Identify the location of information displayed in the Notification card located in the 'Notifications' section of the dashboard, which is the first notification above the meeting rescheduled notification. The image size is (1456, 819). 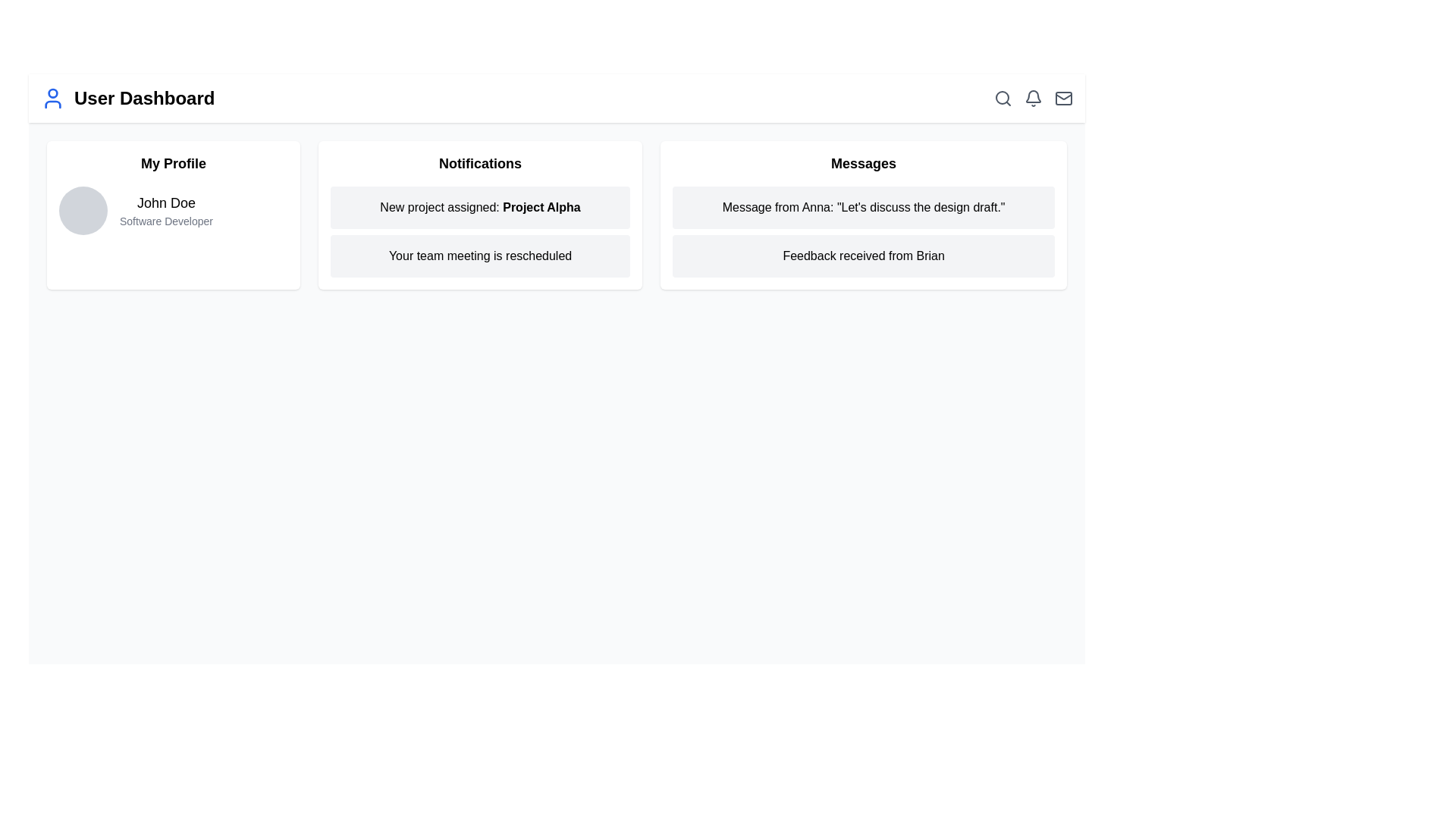
(479, 207).